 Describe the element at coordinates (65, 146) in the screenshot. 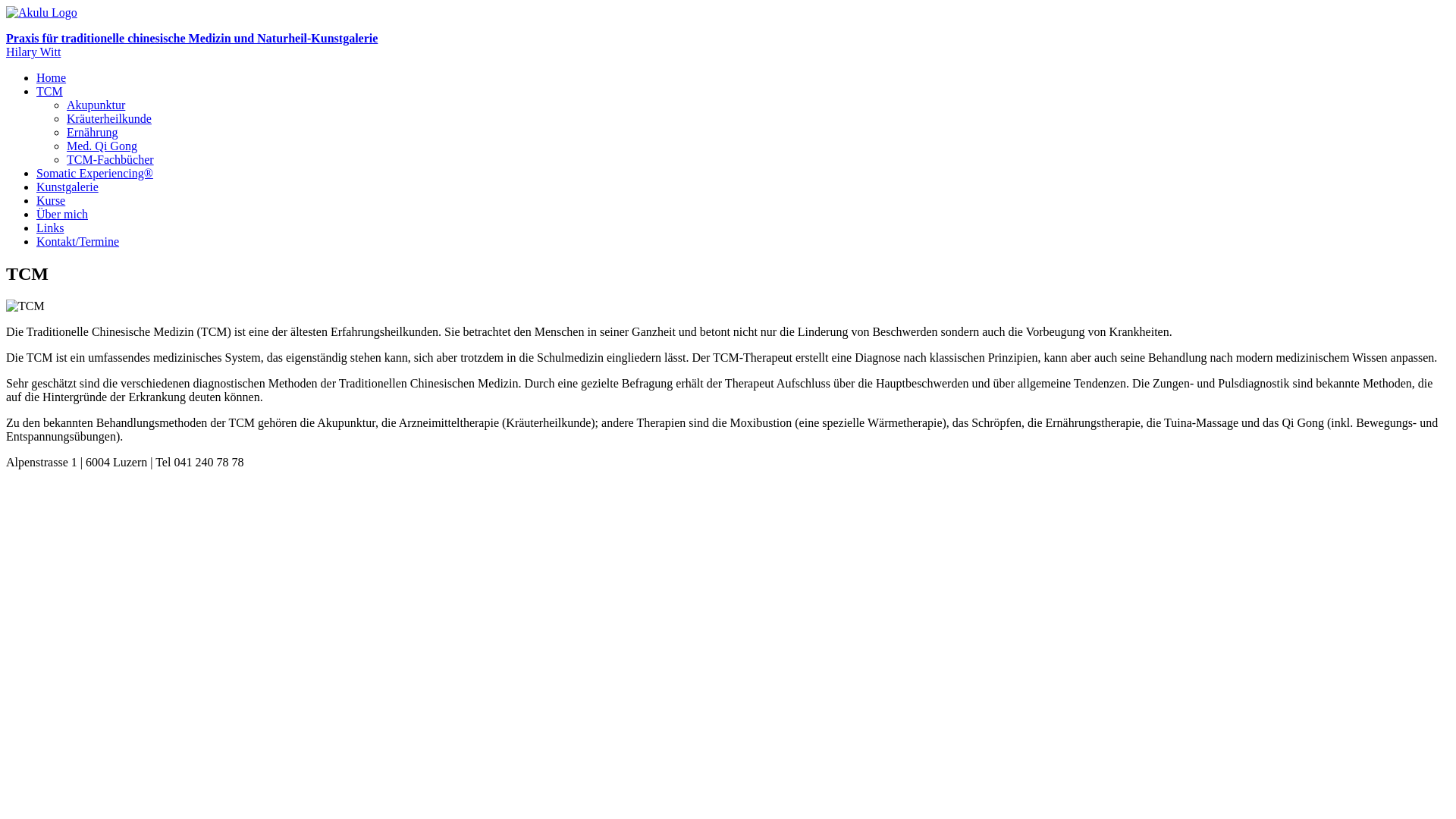

I see `'Med. Qi Gong'` at that location.